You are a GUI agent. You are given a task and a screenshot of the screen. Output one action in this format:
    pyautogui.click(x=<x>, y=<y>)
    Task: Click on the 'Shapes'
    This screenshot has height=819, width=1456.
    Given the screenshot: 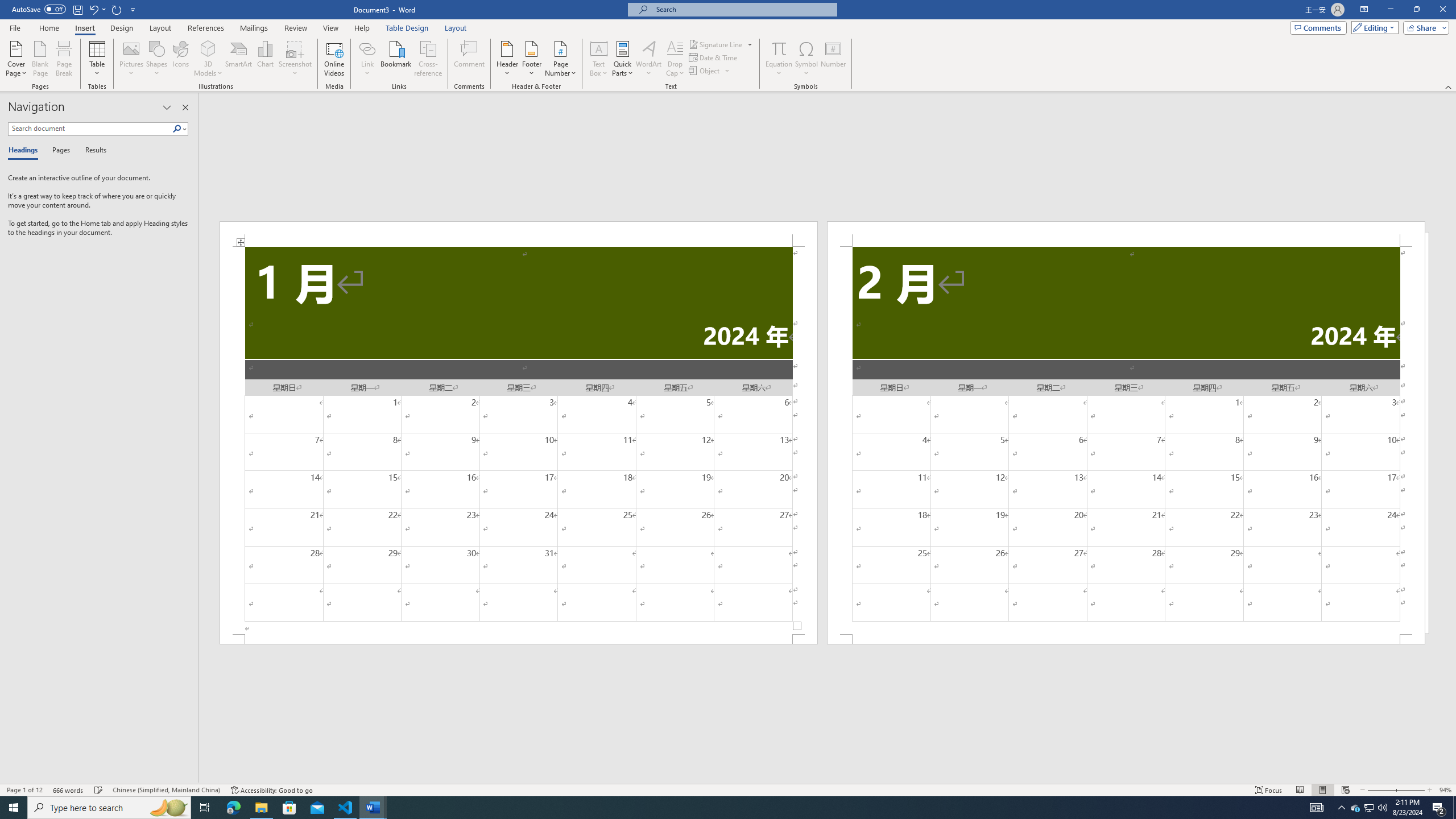 What is the action you would take?
    pyautogui.click(x=157, y=59)
    